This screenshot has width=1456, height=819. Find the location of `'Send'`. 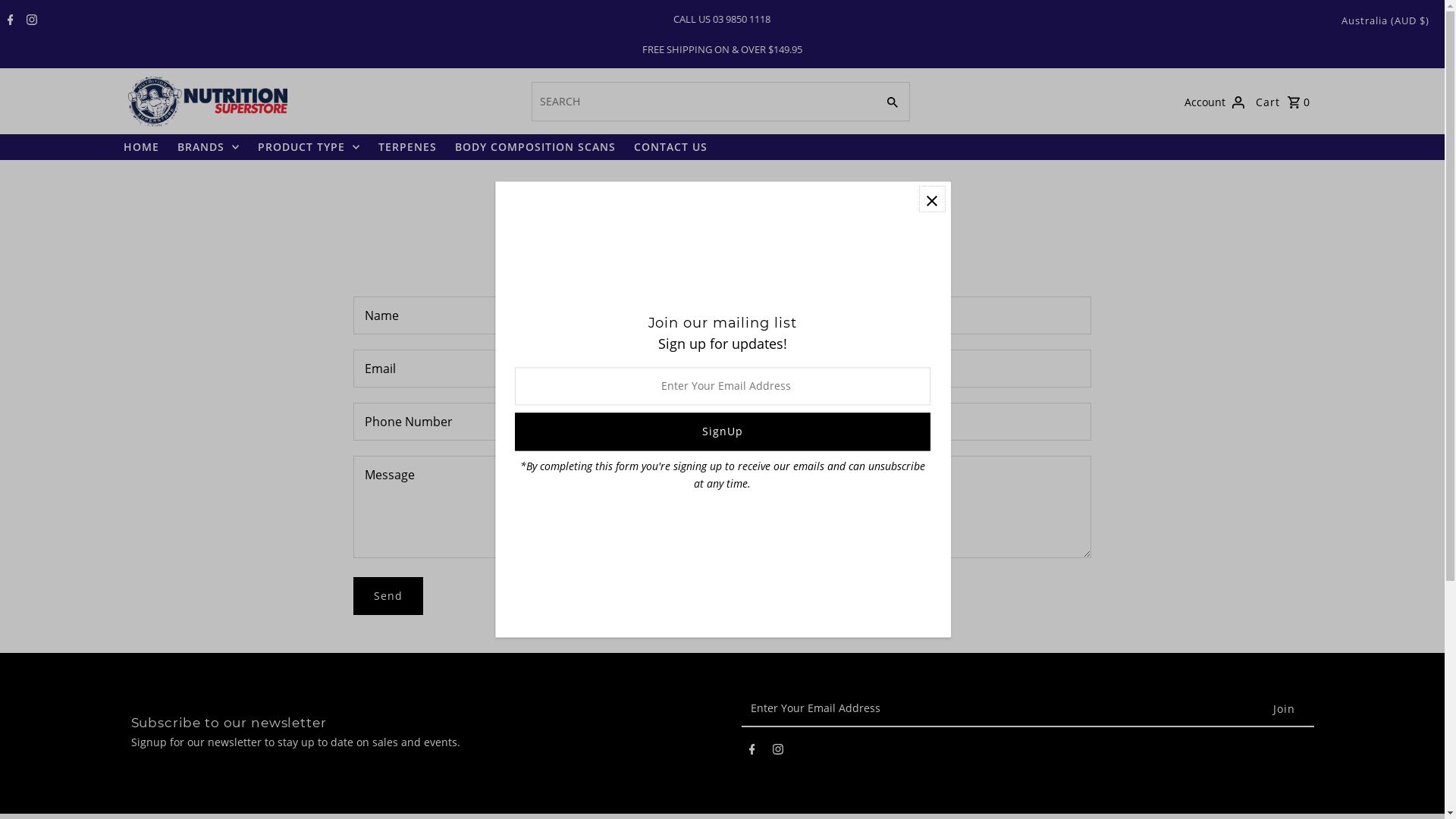

'Send' is located at coordinates (388, 595).